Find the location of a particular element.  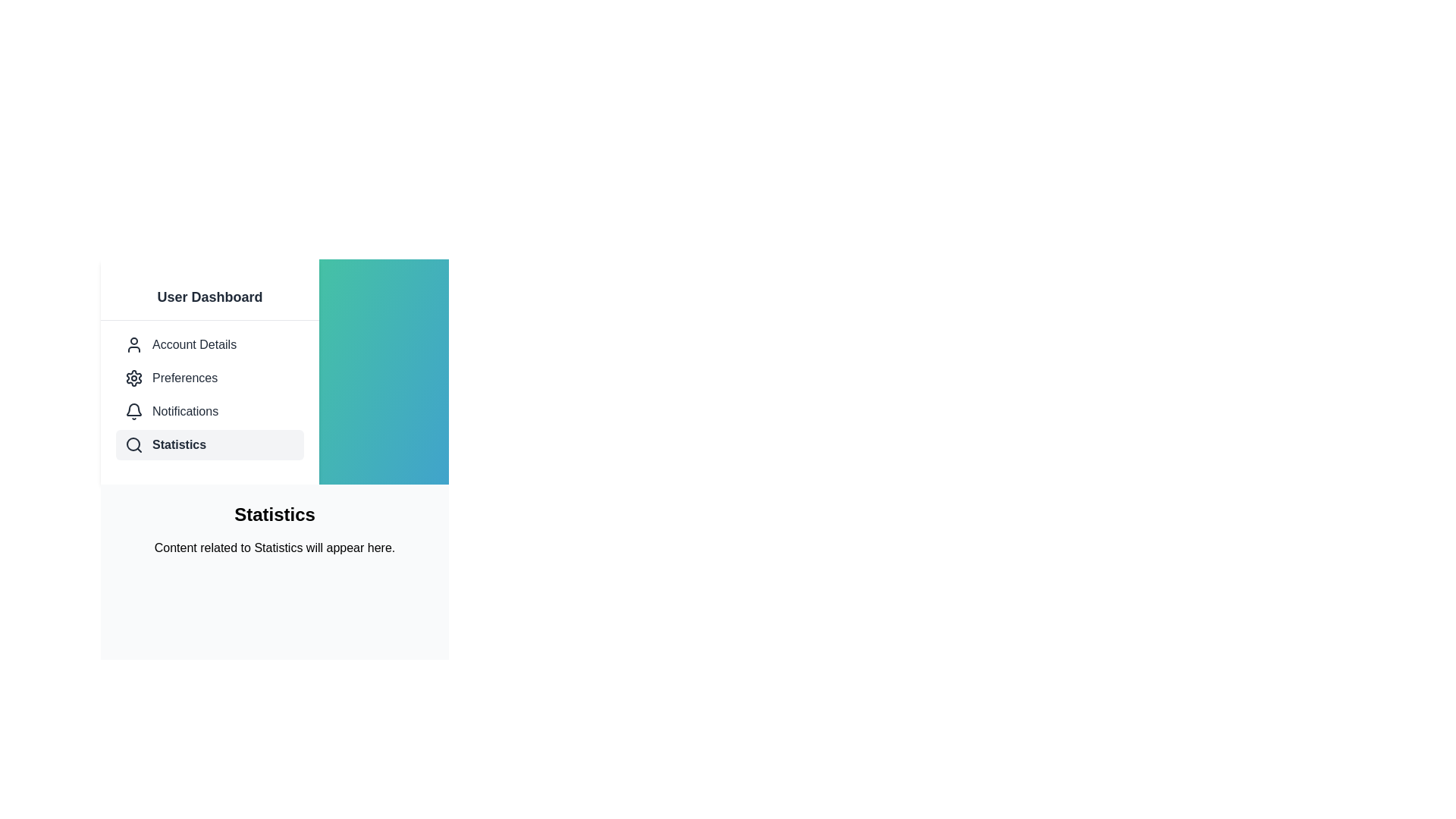

the 'Notifications' menu item in the Sidebar, which has a bell-shaped icon and is the third option under 'User Dashboard' is located at coordinates (209, 412).